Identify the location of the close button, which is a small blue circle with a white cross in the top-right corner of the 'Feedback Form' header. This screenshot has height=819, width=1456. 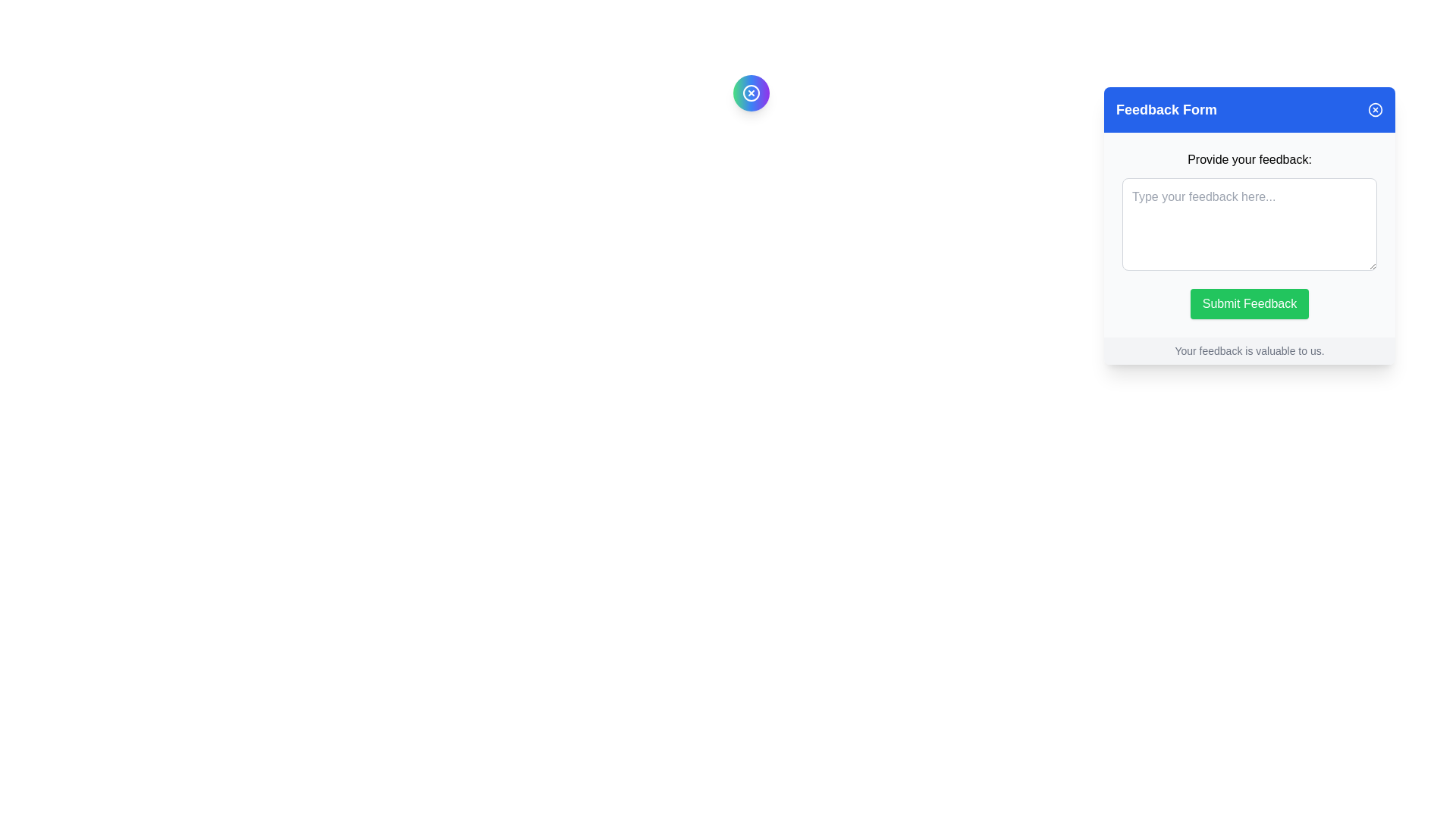
(1376, 109).